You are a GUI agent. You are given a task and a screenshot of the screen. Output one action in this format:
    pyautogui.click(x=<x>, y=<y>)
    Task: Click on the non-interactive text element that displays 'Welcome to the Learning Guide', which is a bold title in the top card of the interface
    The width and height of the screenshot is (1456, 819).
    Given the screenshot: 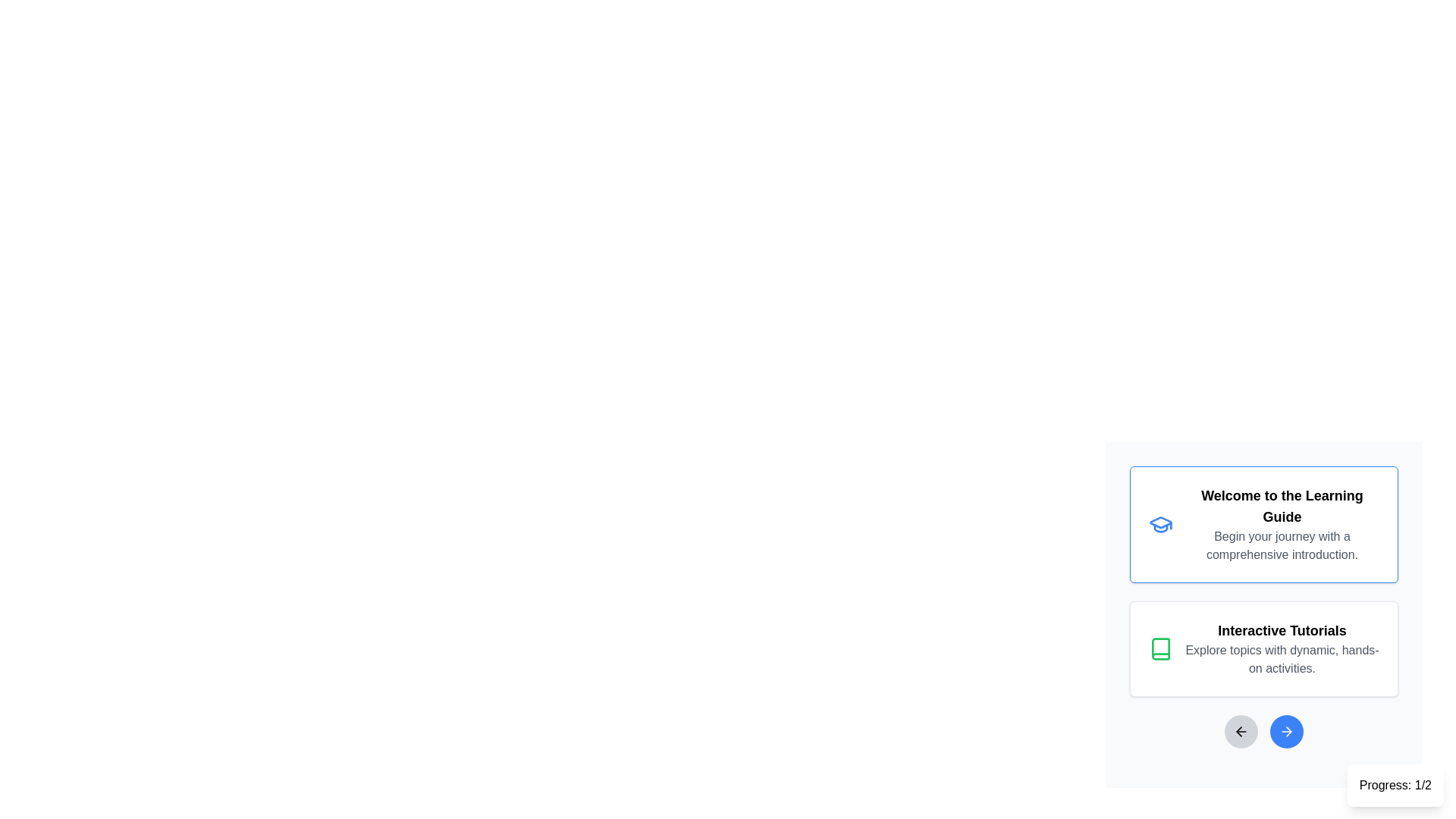 What is the action you would take?
    pyautogui.click(x=1281, y=506)
    